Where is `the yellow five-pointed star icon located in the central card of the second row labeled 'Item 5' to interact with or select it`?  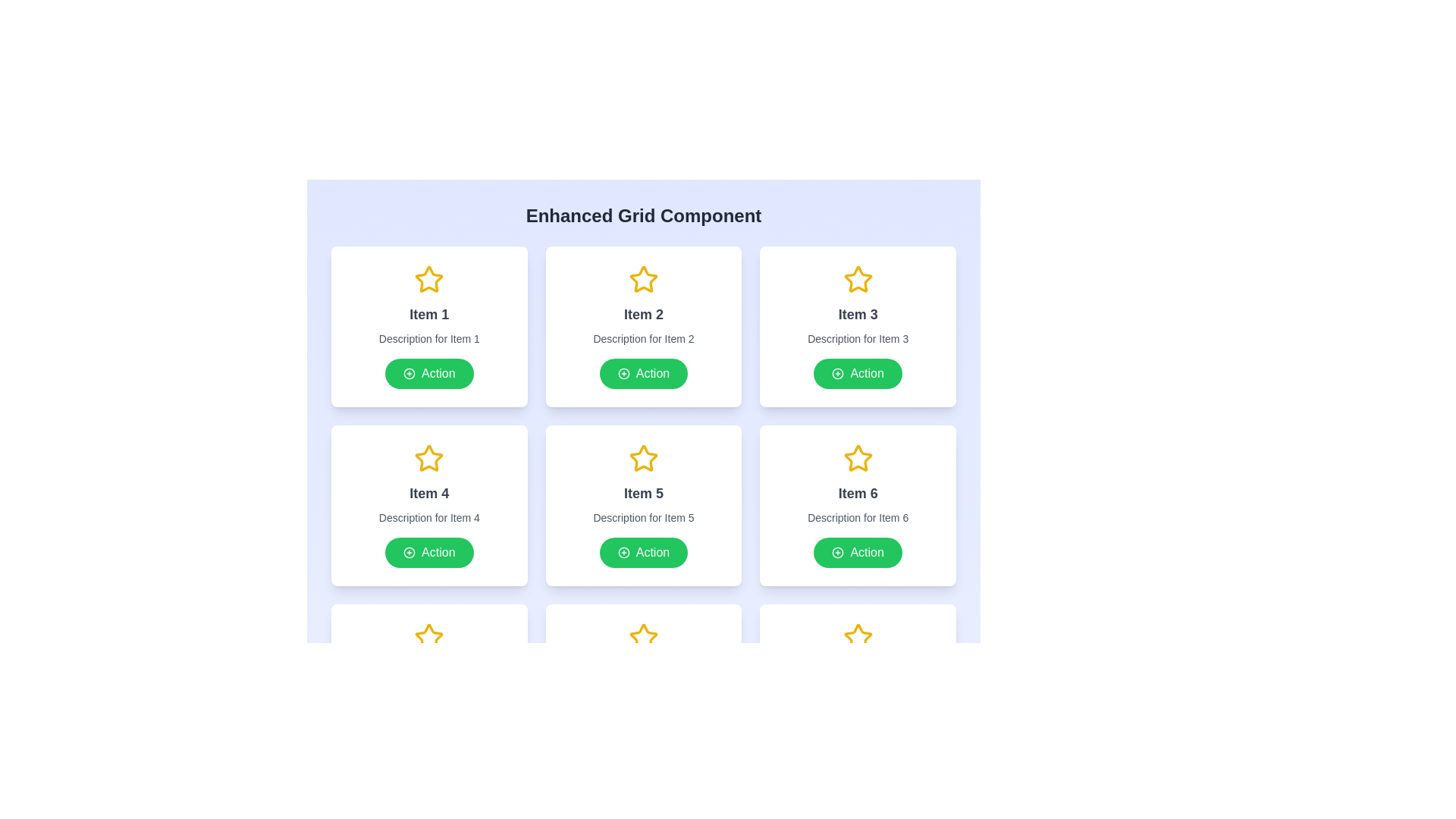 the yellow five-pointed star icon located in the central card of the second row labeled 'Item 5' to interact with or select it is located at coordinates (644, 457).